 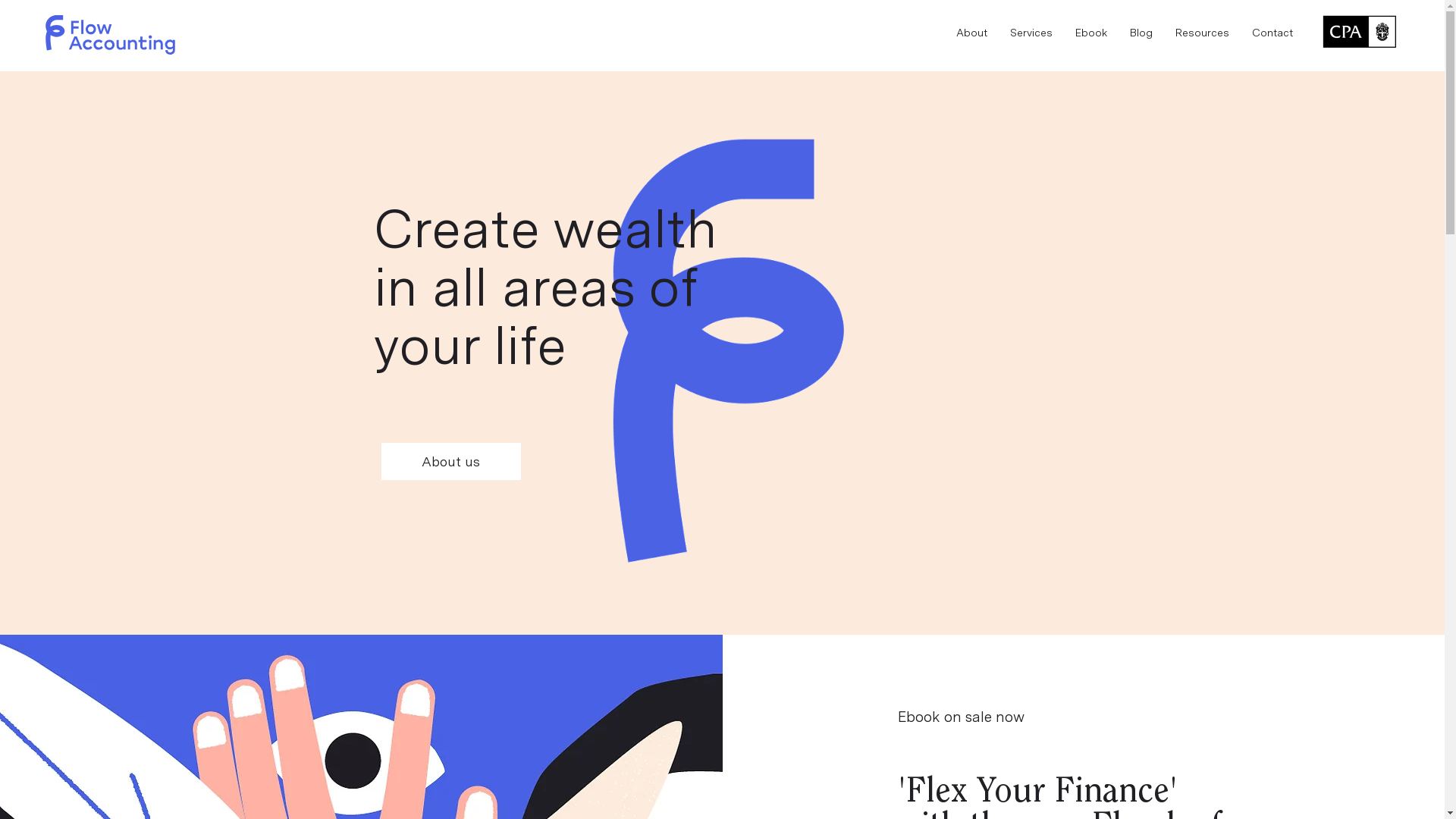 What do you see at coordinates (1141, 33) in the screenshot?
I see `'Blog'` at bounding box center [1141, 33].